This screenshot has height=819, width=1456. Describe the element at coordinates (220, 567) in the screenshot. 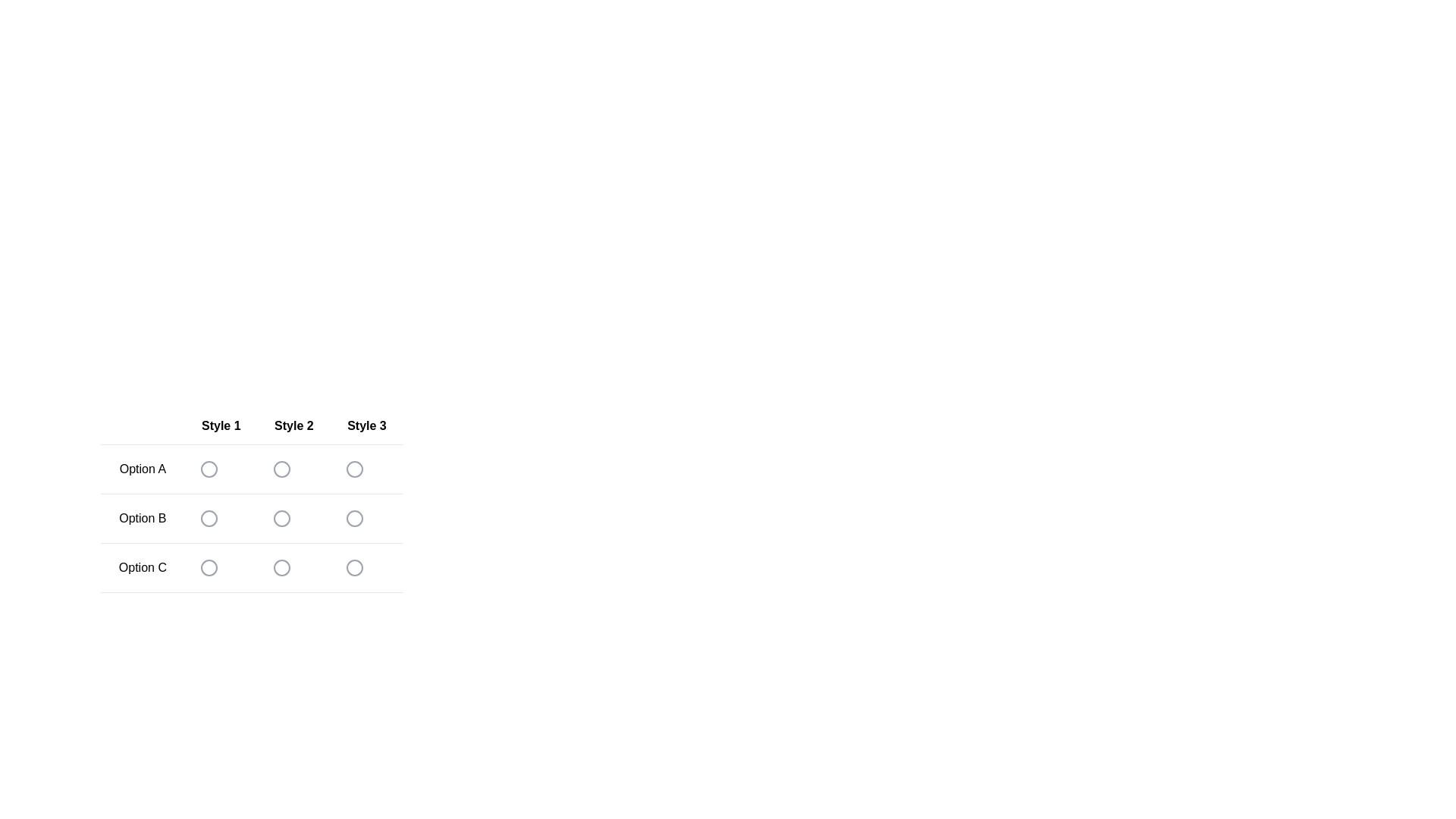

I see `the circular radio button located in the first column of 'Style 1' under 'Option C'` at that location.